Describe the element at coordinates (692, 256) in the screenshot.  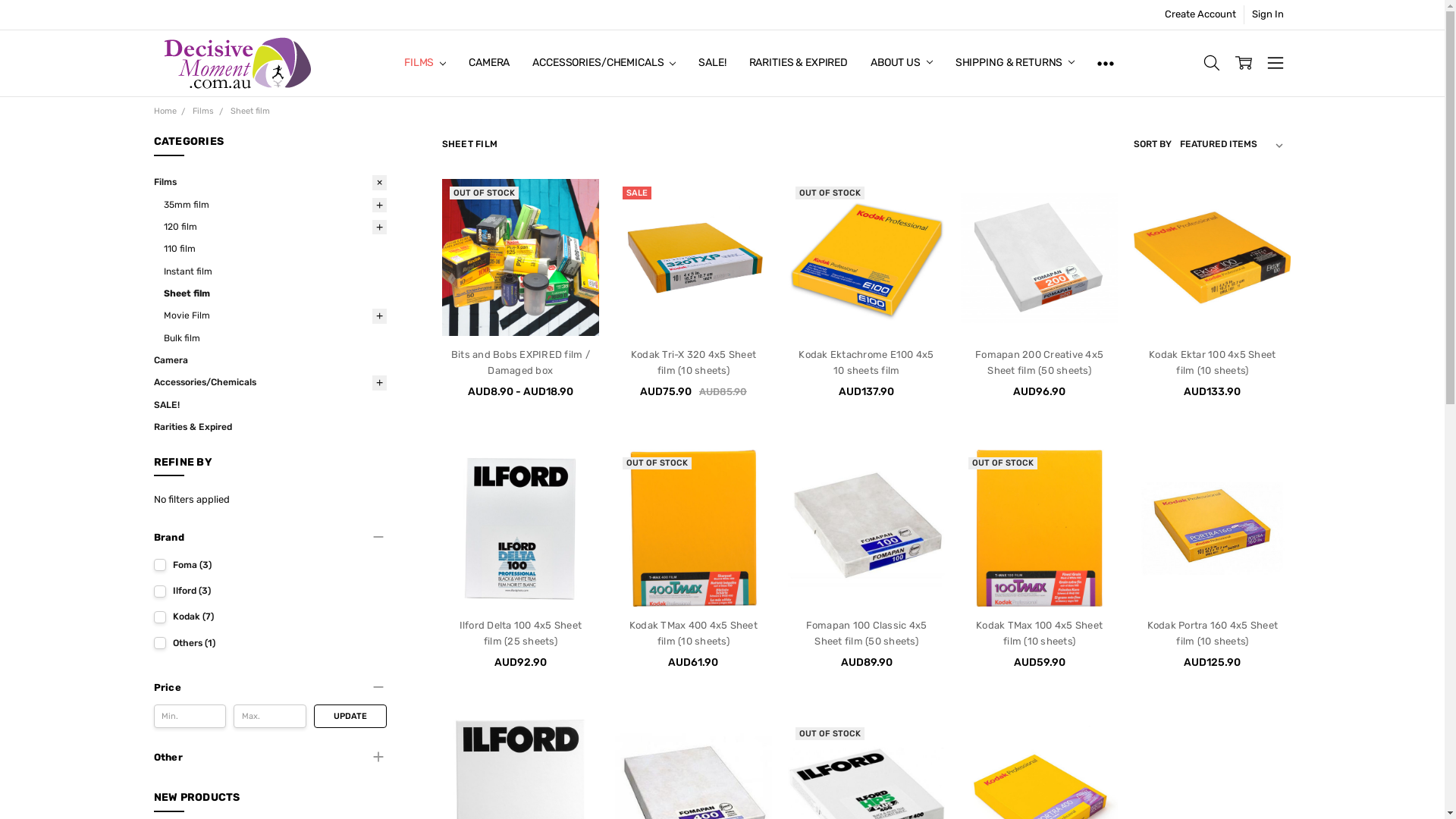
I see `'Kodak Tri-X 320 4x5 Sheet film (10 sheets)'` at that location.